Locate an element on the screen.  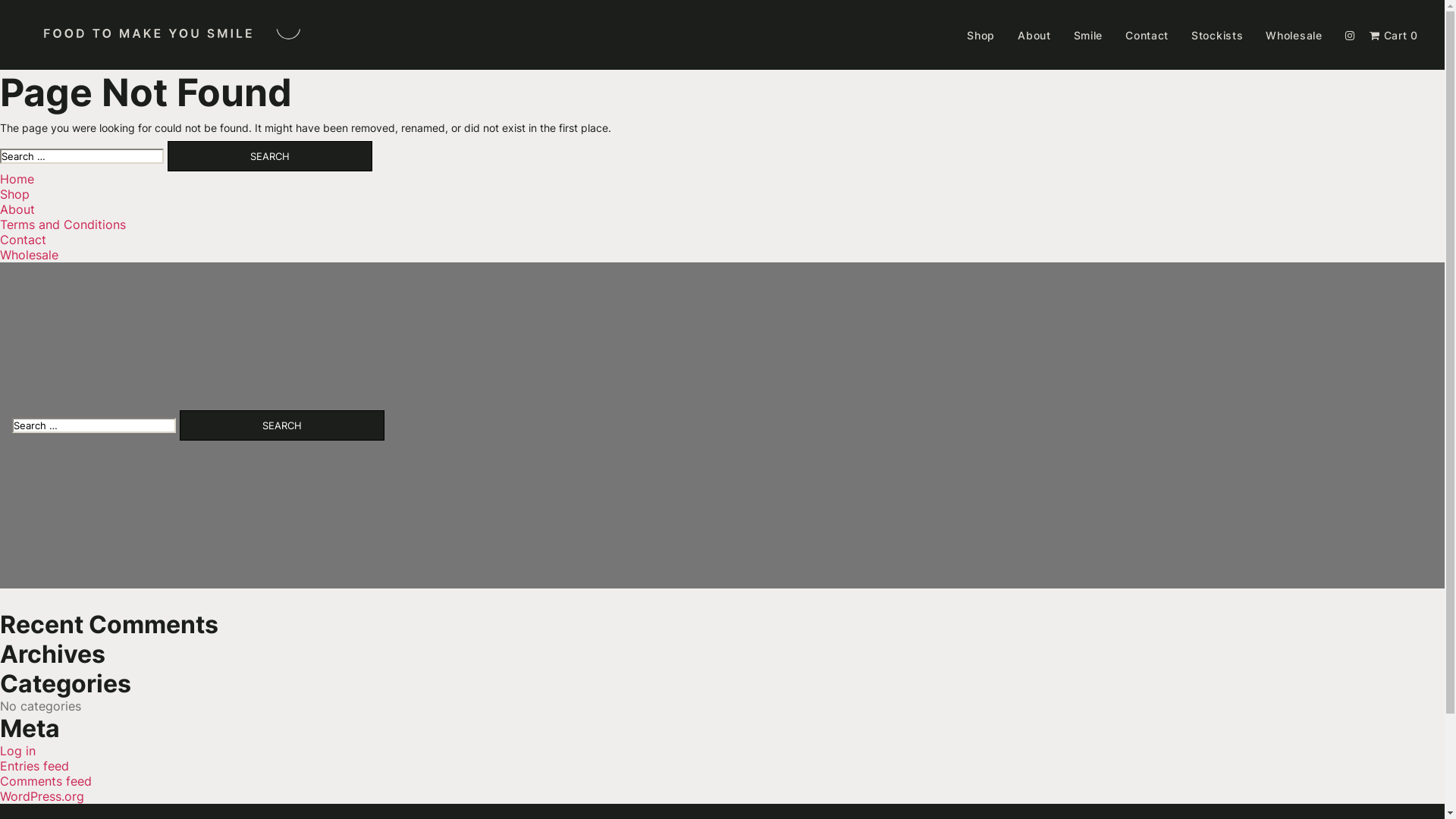
'Wholesale' is located at coordinates (1292, 34).